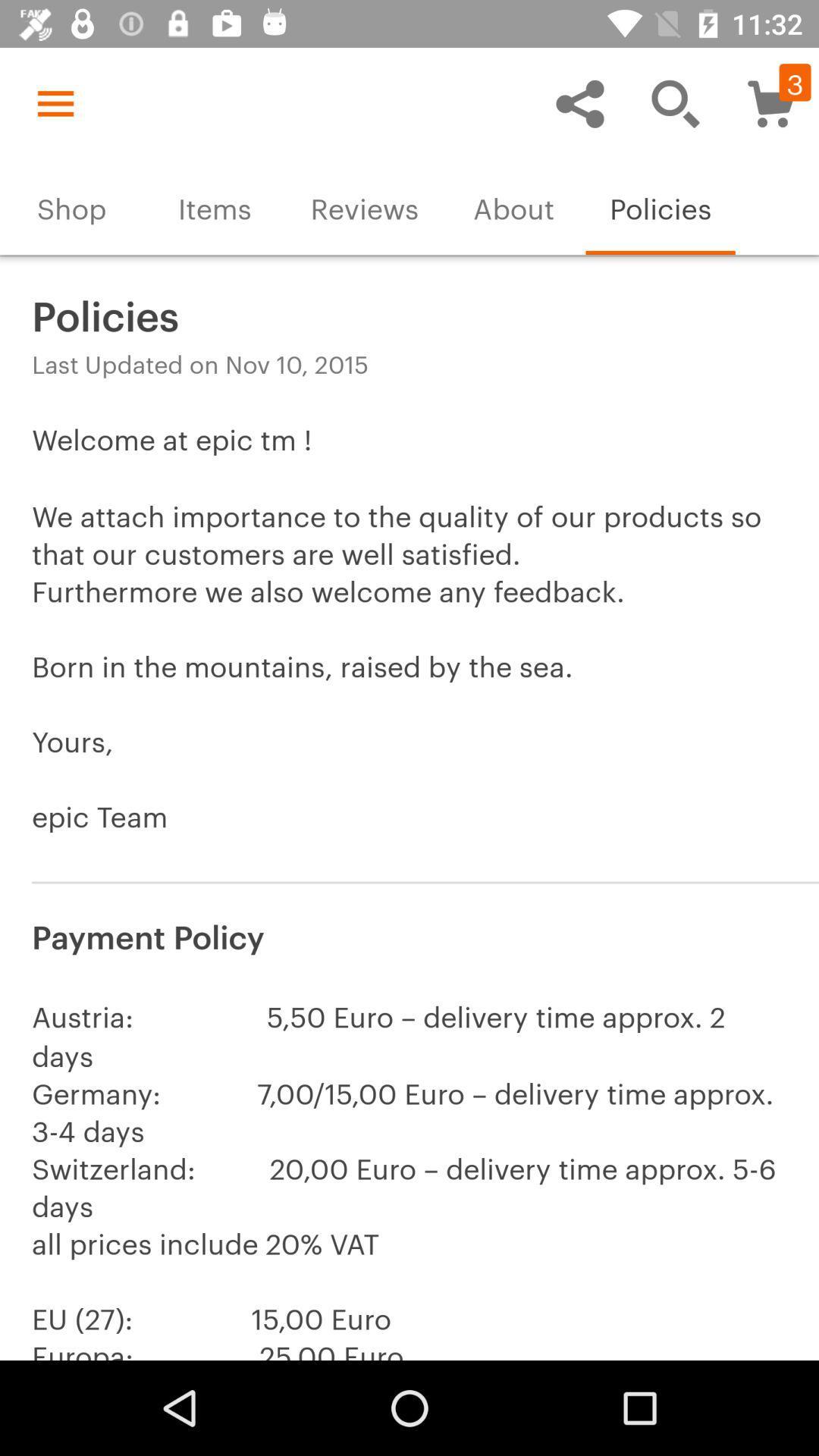 This screenshot has width=819, height=1456. Describe the element at coordinates (409, 934) in the screenshot. I see `item above the austria 5 50 icon` at that location.